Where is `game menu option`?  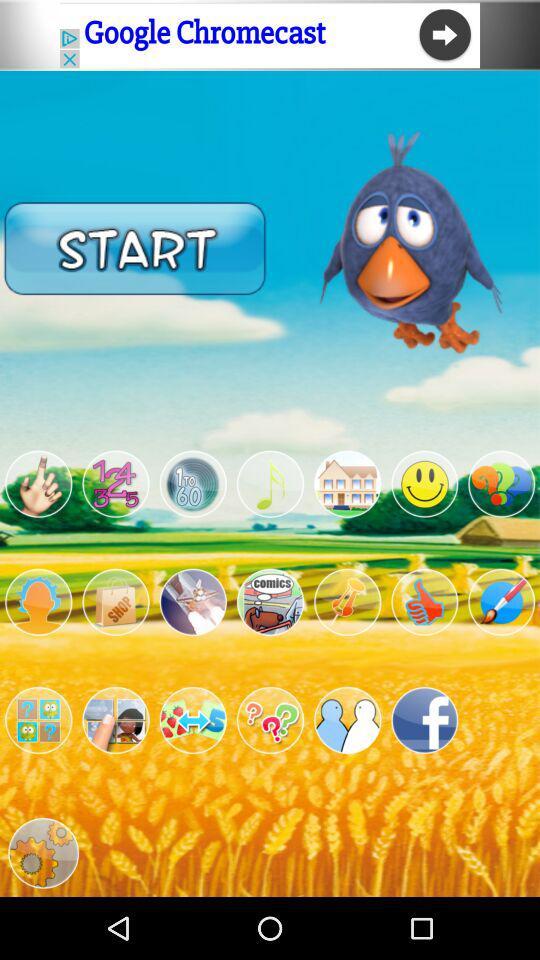 game menu option is located at coordinates (423, 483).